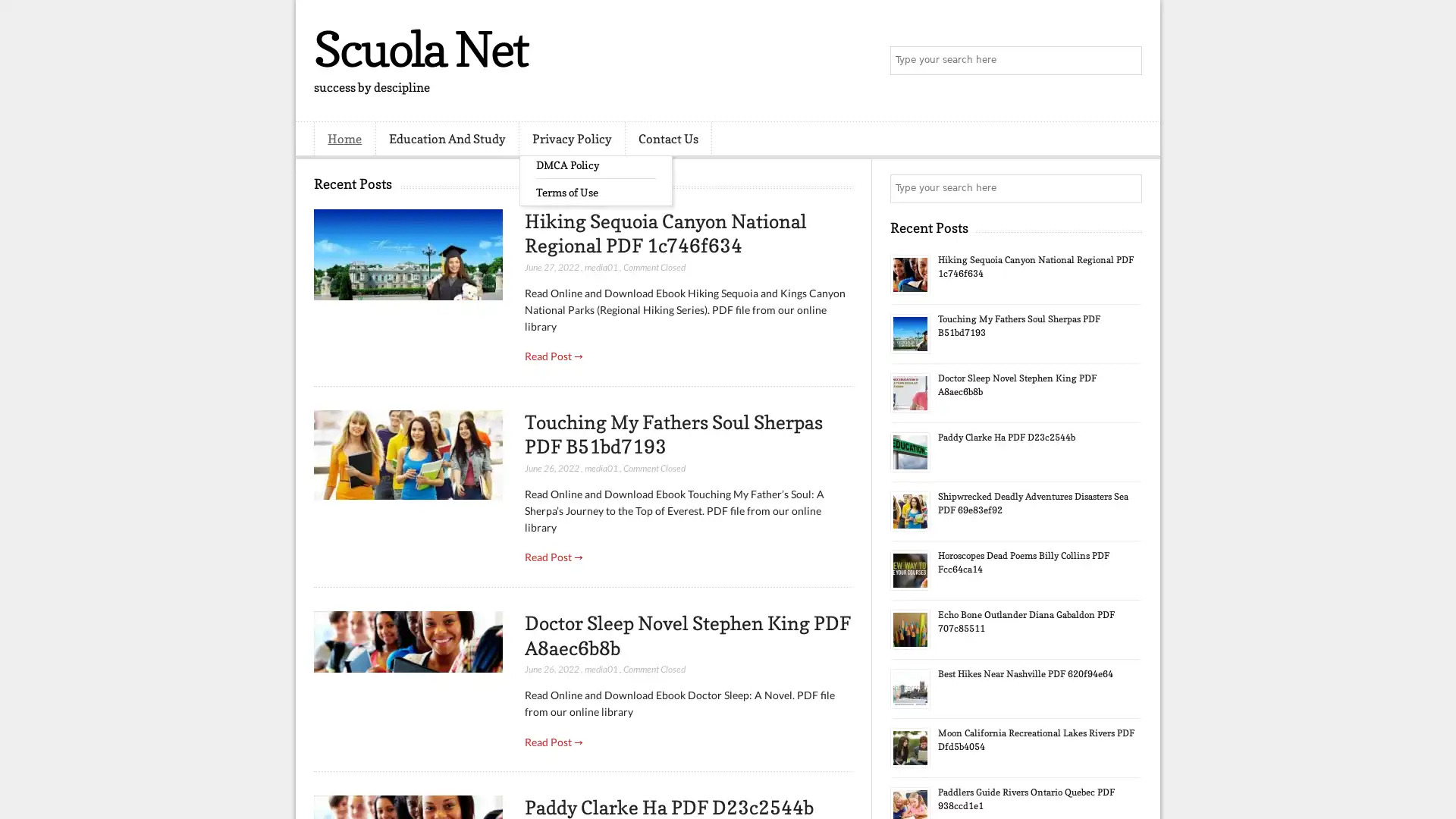 This screenshot has width=1456, height=819. I want to click on Search, so click(1126, 61).